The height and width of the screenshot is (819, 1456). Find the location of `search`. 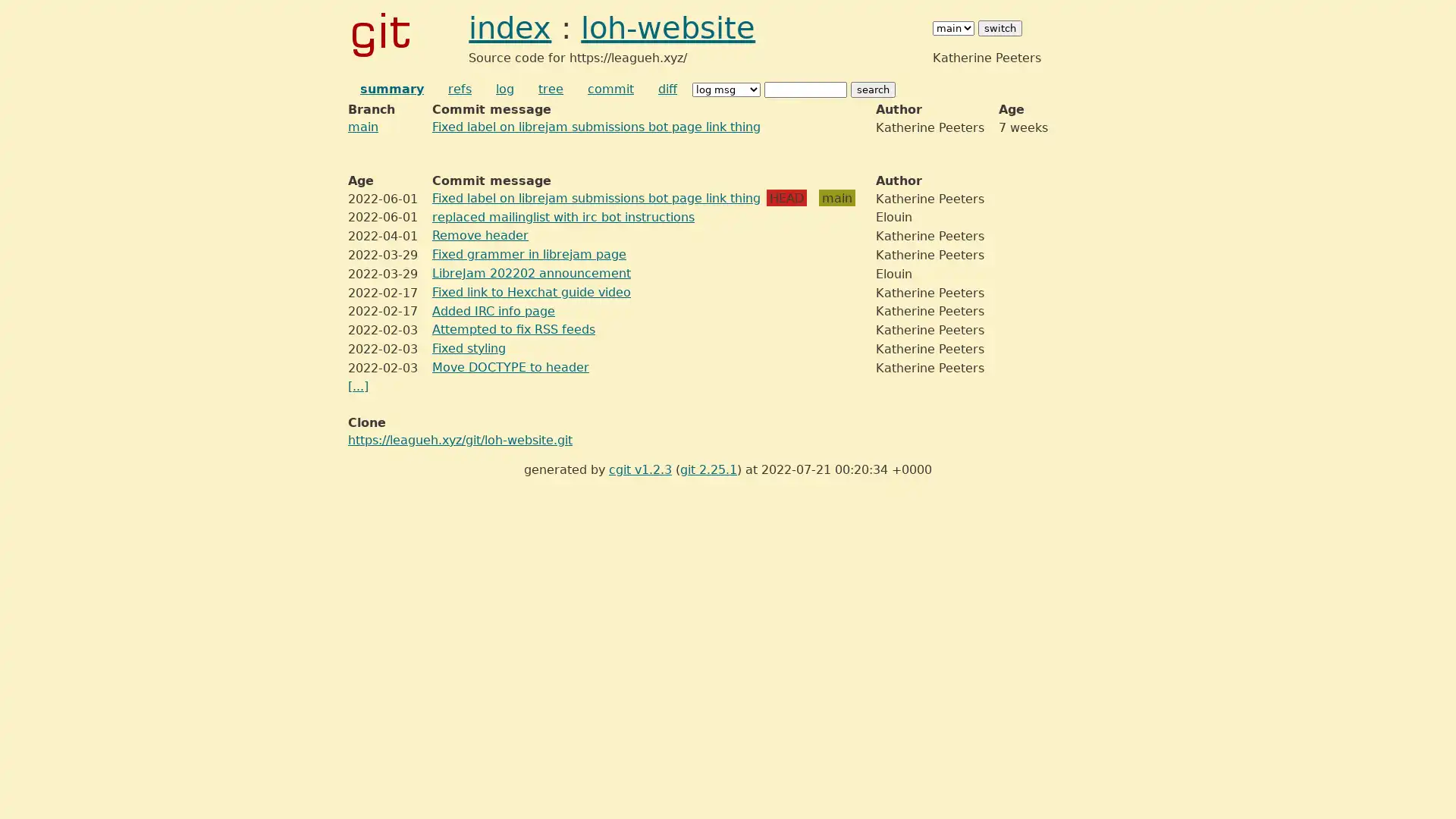

search is located at coordinates (873, 89).